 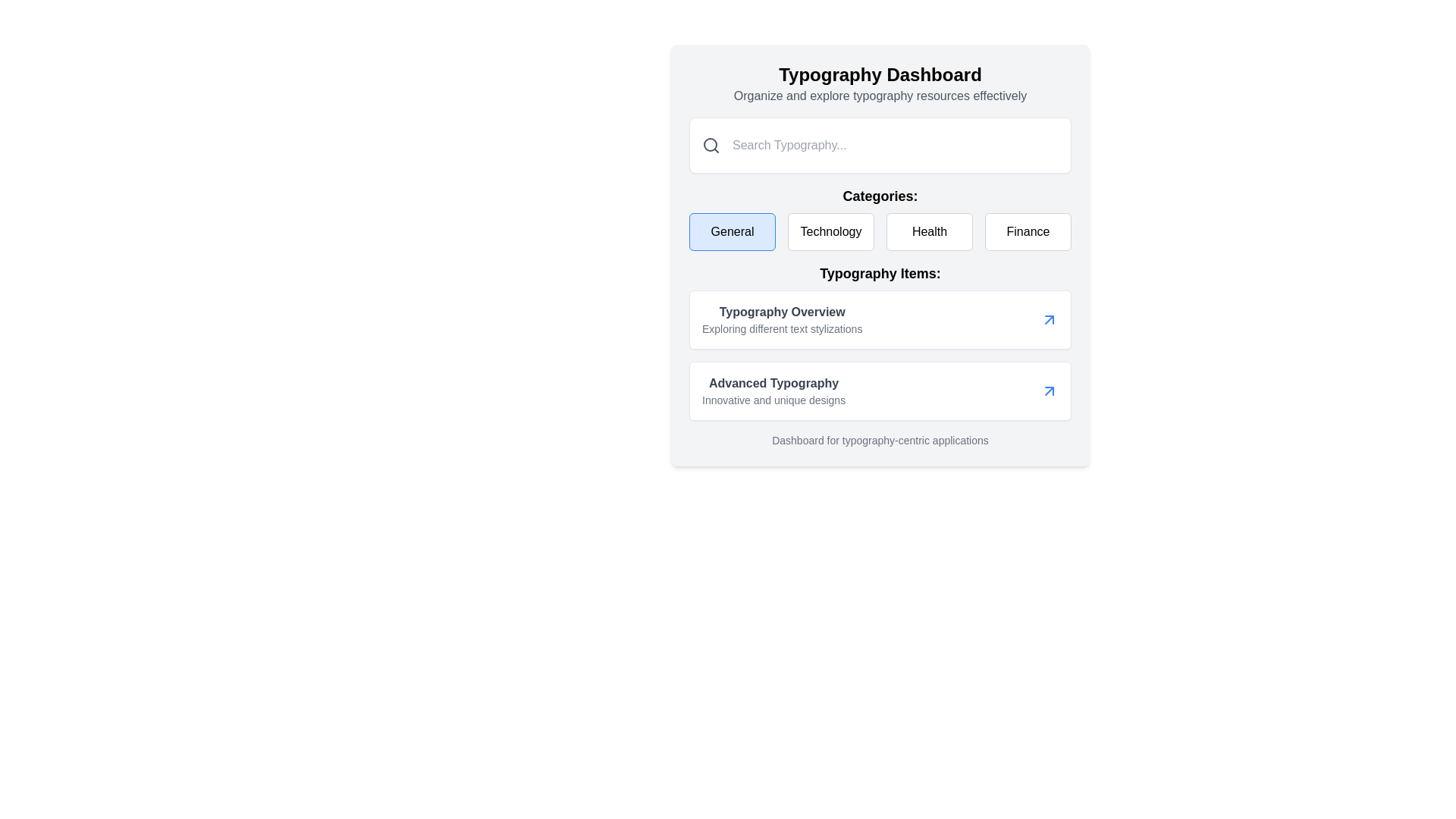 What do you see at coordinates (928, 231) in the screenshot?
I see `the 'Health' button, which is a rectangular button with rounded corners, containing the text 'Health' in medium-sized bold black font on a white background, located below the 'Typography Dashboard' title and to the left of the 'Finance' button` at bounding box center [928, 231].